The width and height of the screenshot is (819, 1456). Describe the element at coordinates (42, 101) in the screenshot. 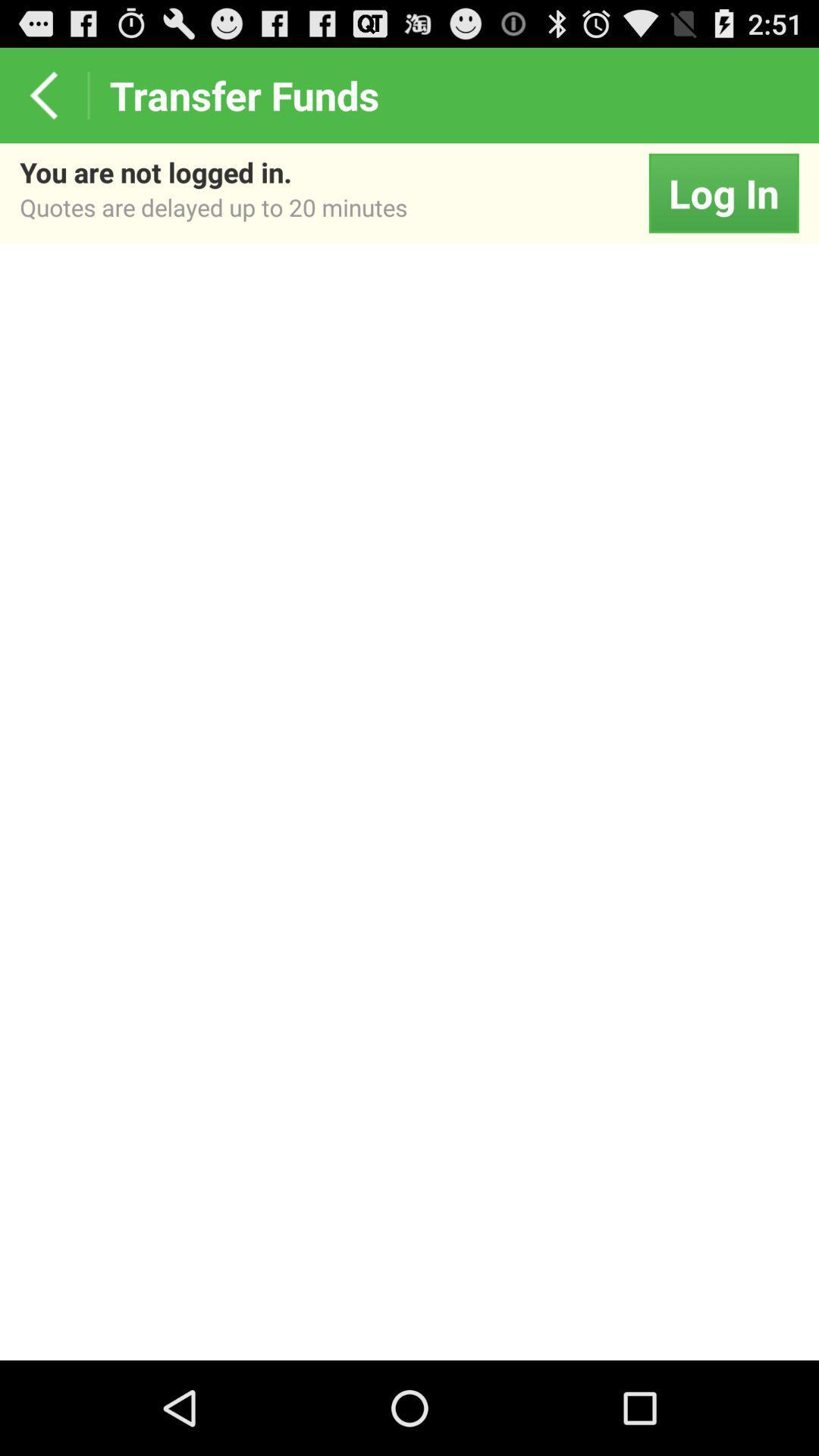

I see `the arrow_backward icon` at that location.